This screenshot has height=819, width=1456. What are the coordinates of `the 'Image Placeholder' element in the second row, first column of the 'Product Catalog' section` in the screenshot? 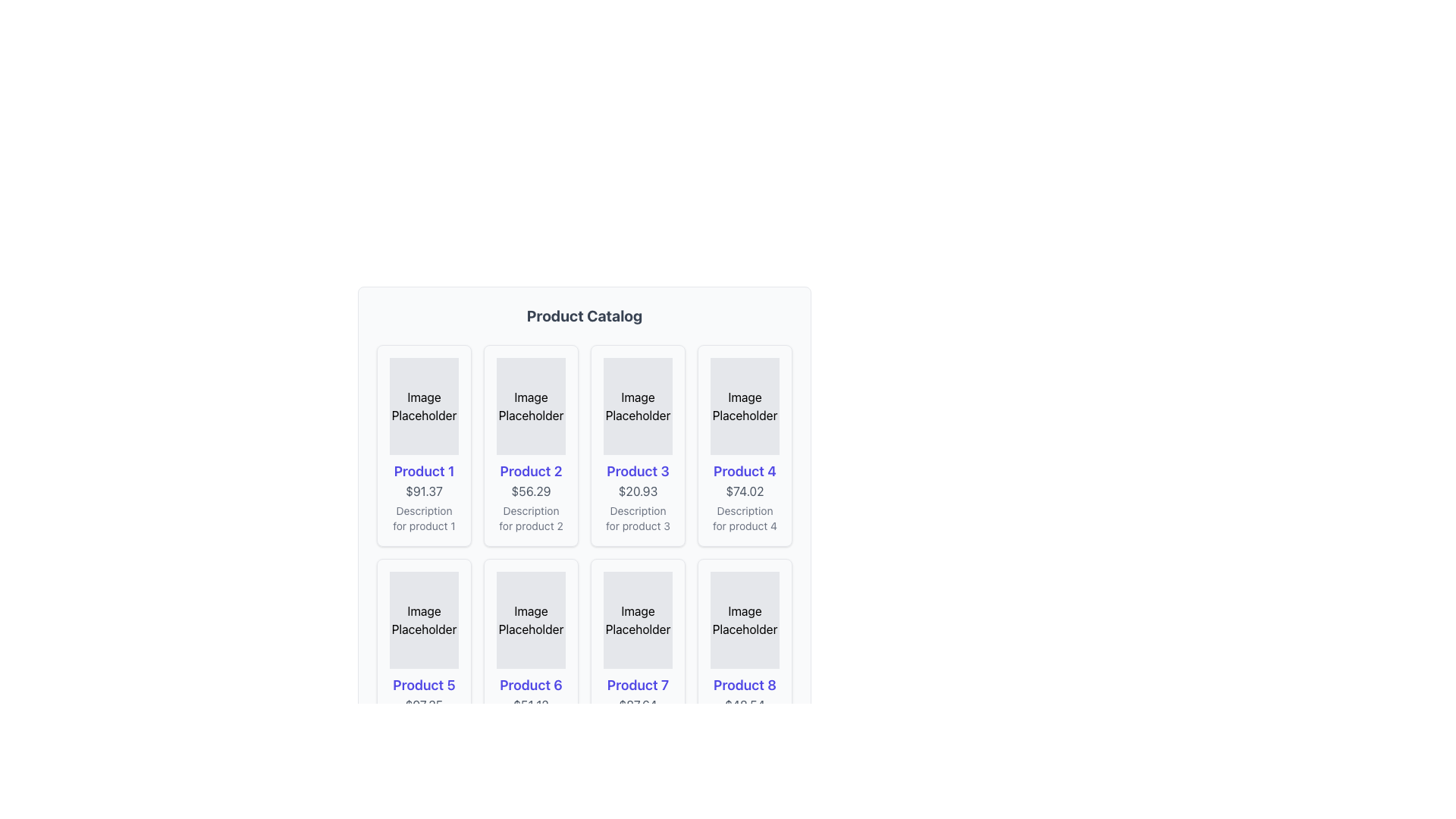 It's located at (424, 620).